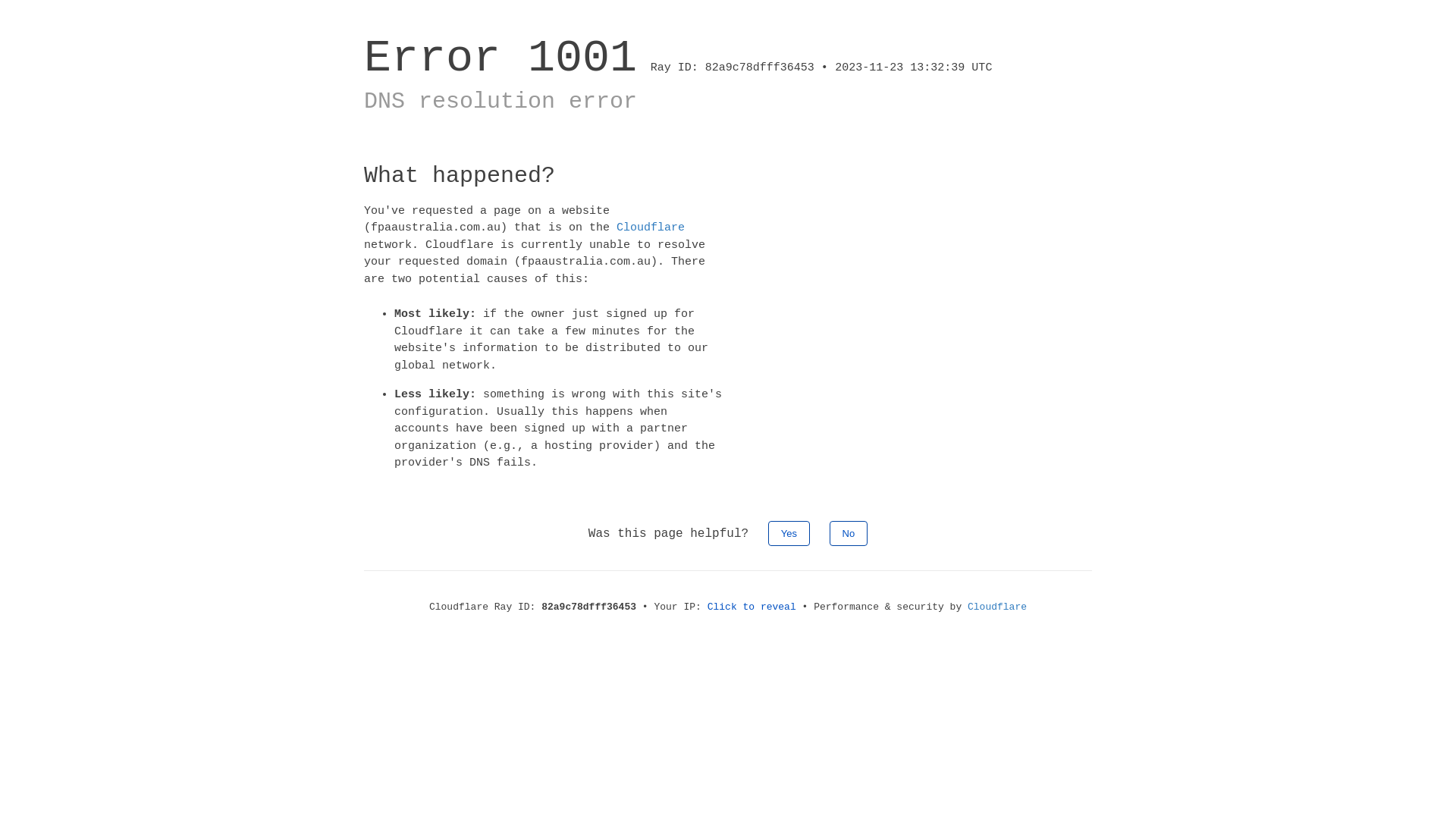 This screenshot has width=1456, height=819. Describe the element at coordinates (706, 605) in the screenshot. I see `'Click to reveal'` at that location.